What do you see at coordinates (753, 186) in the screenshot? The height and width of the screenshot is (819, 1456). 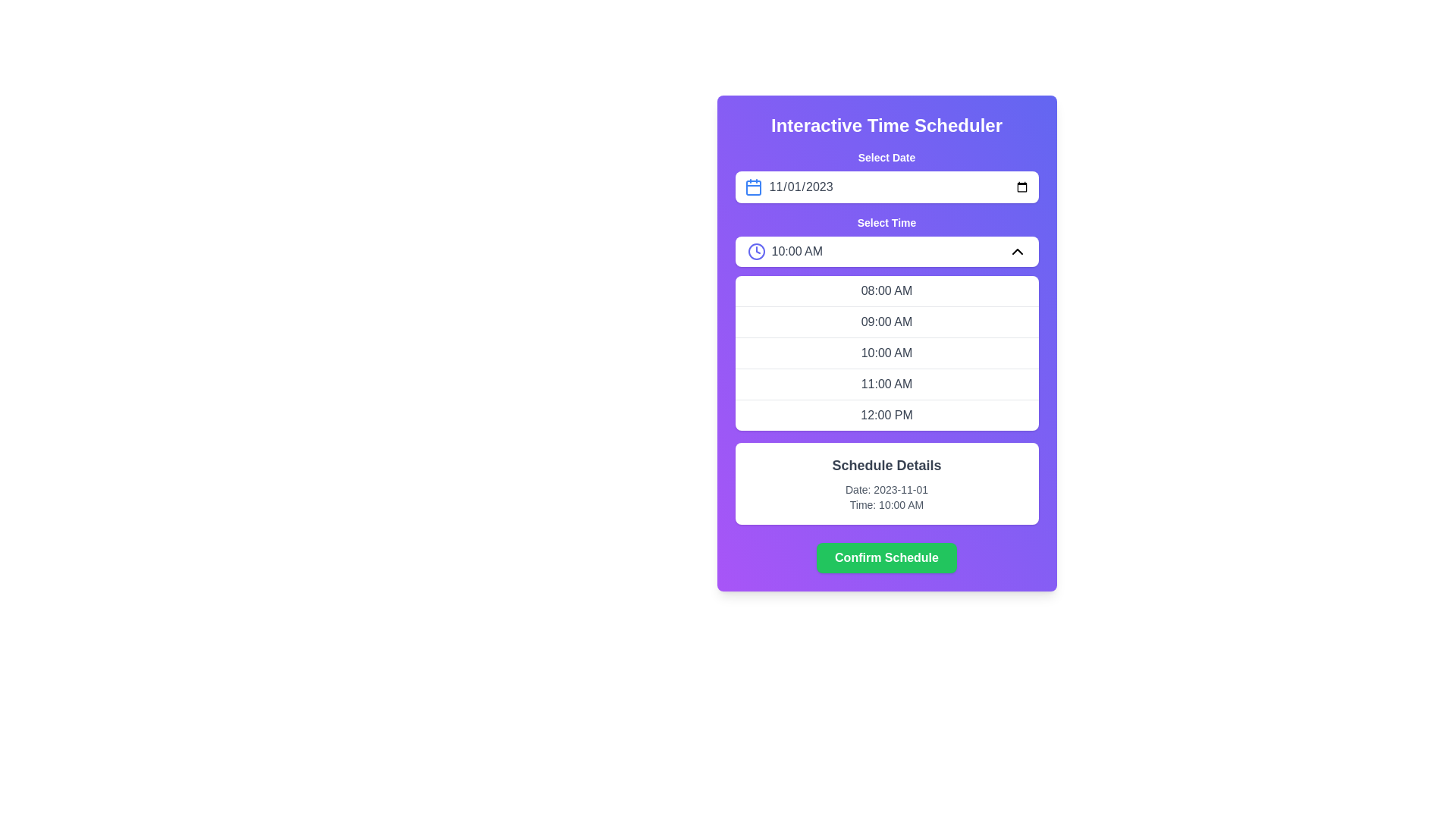 I see `the calendar icon located in the 'Select Date' section, positioned to the left of the date input field` at bounding box center [753, 186].